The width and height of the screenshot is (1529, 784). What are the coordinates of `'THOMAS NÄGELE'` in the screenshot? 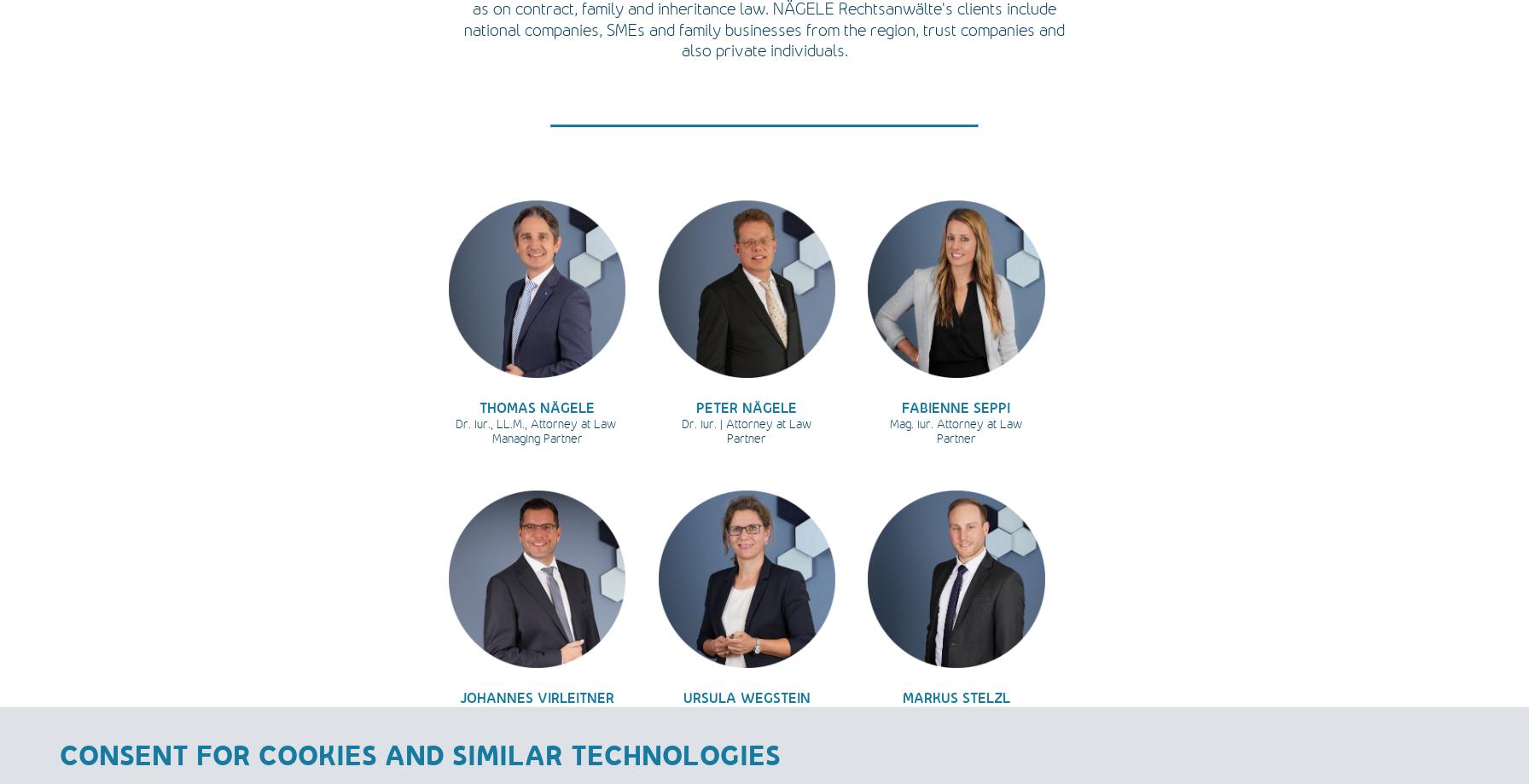 It's located at (537, 405).